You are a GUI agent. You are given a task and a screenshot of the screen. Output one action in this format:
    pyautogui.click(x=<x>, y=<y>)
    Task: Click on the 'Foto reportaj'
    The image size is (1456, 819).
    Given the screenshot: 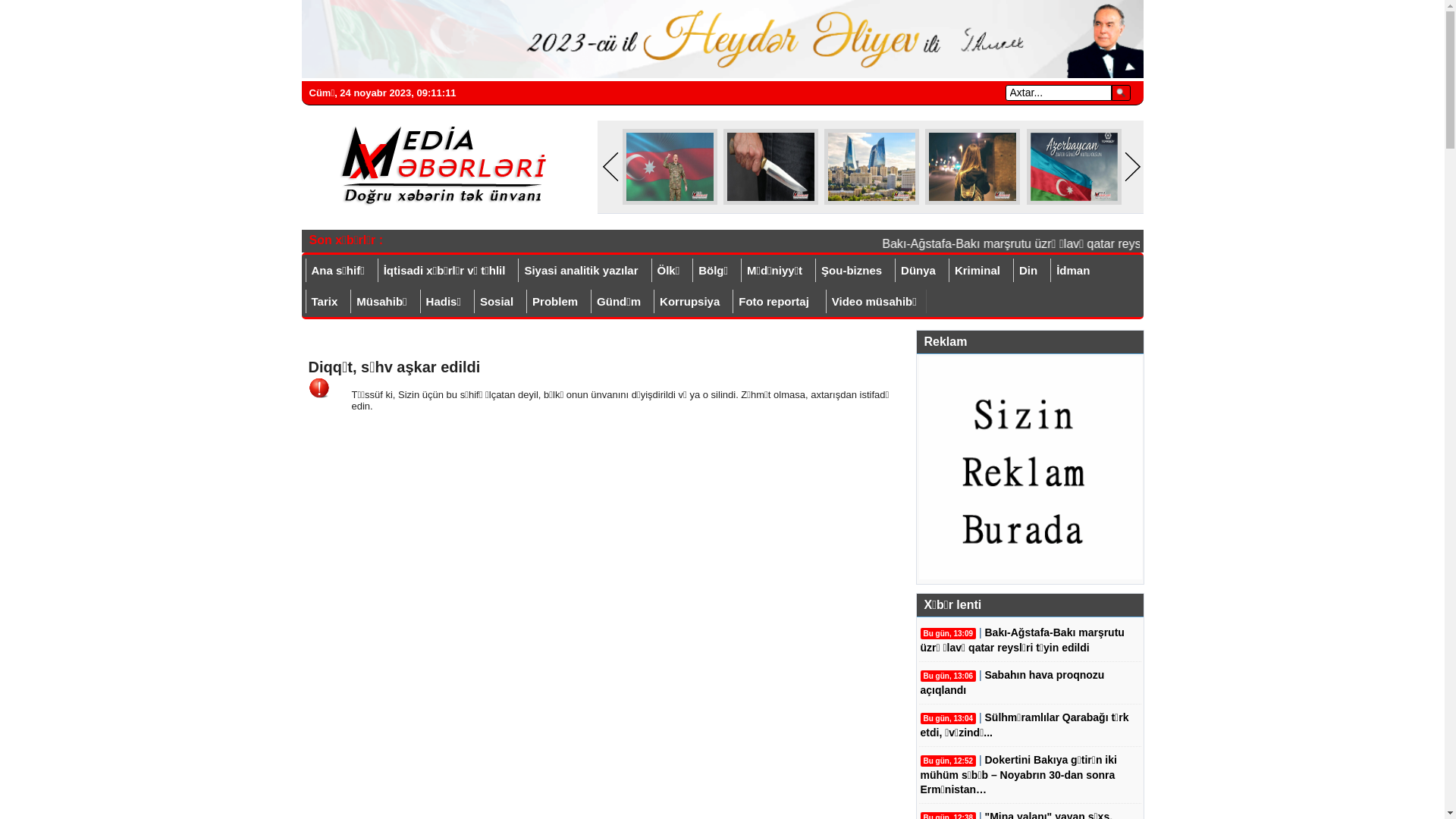 What is the action you would take?
    pyautogui.click(x=773, y=301)
    